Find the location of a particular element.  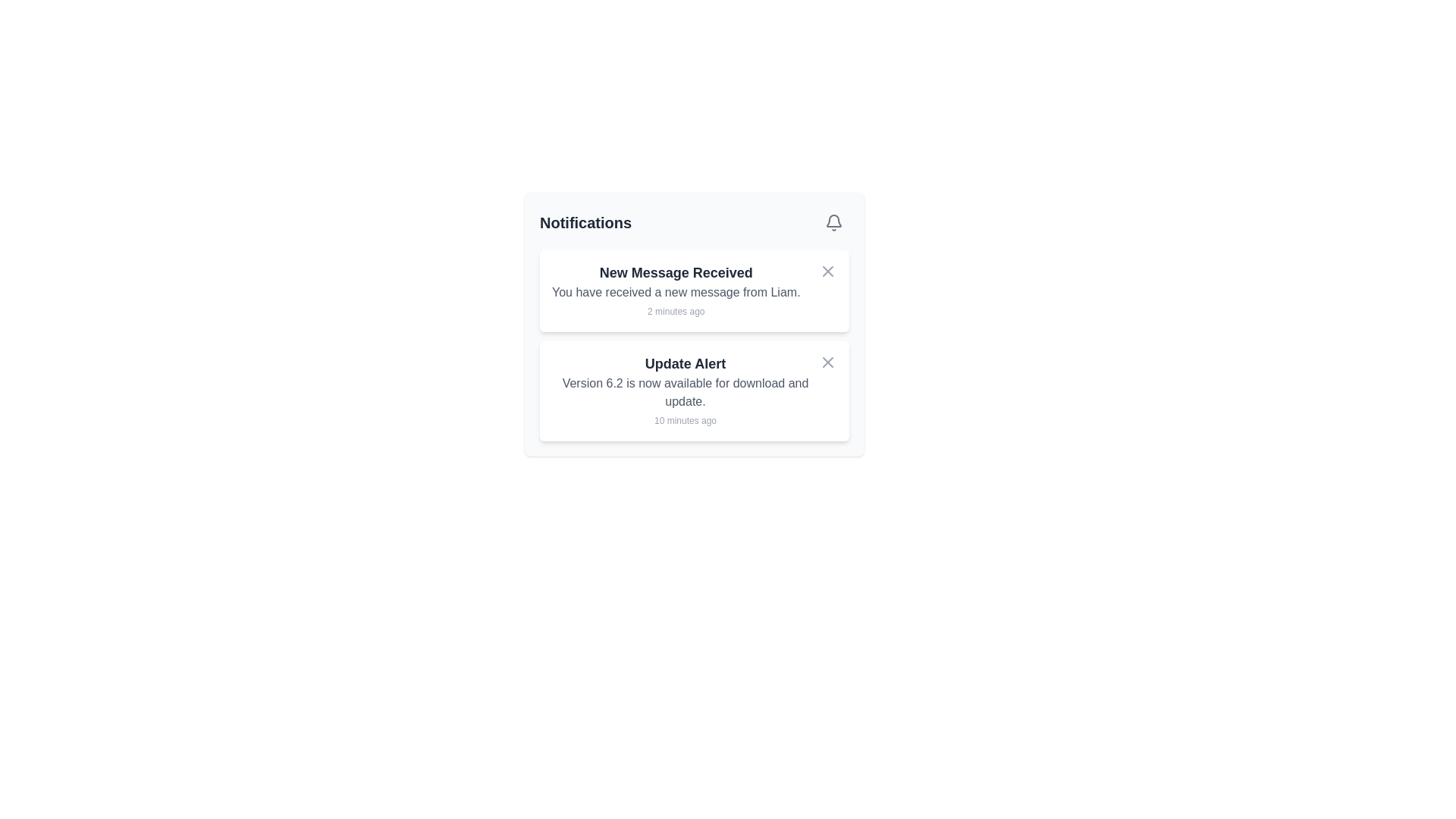

the close button located at the upper-right corner of the 'Update Alert' notification card to change its color to red is located at coordinates (827, 362).